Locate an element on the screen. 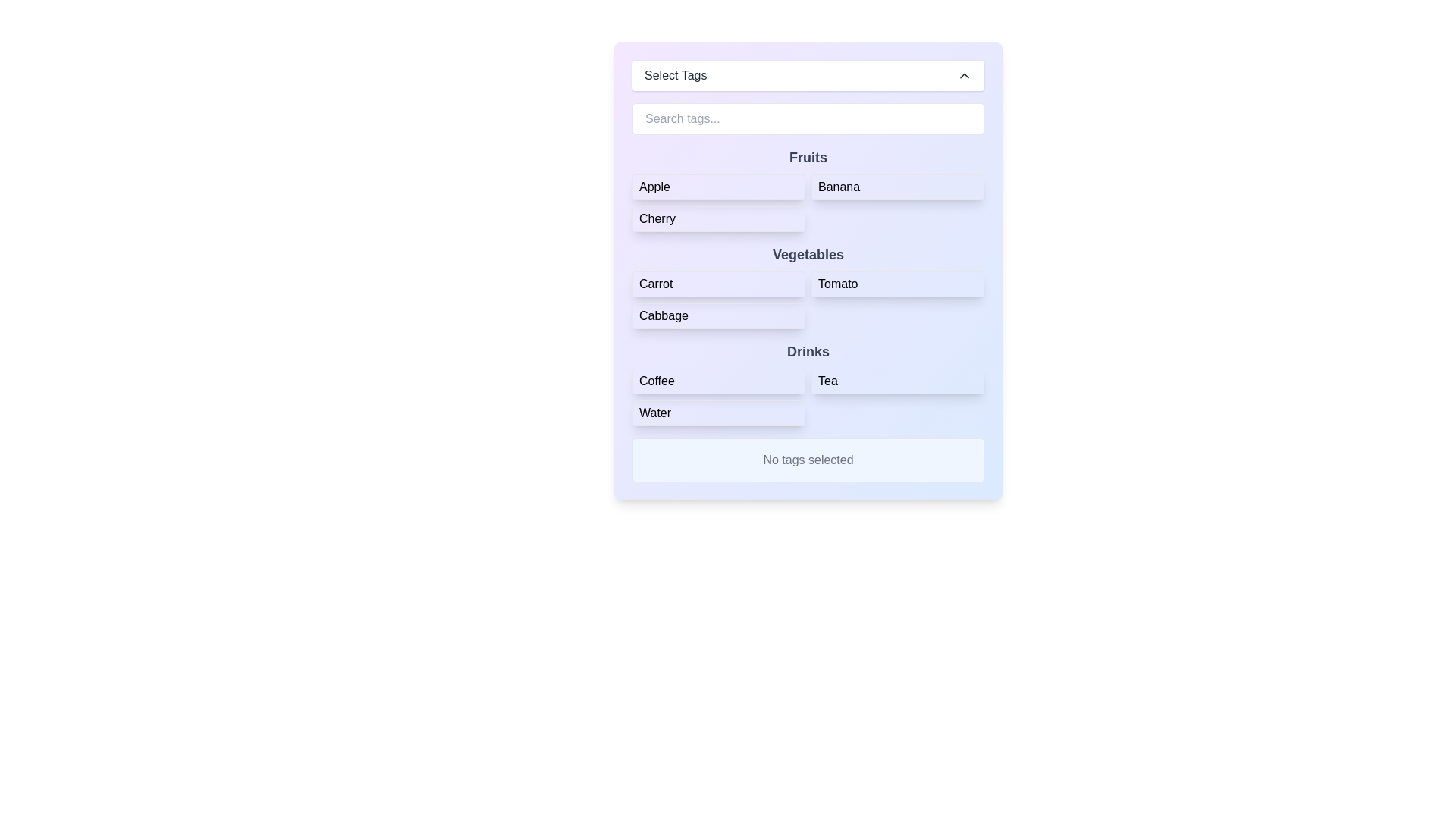 This screenshot has width=1456, height=819. the informational text box with a light blue background that displays 'No tags selected' in gray color, which is located below the list of selectable items for 'Fruits', 'Vegetables', and 'Drinks' is located at coordinates (807, 459).